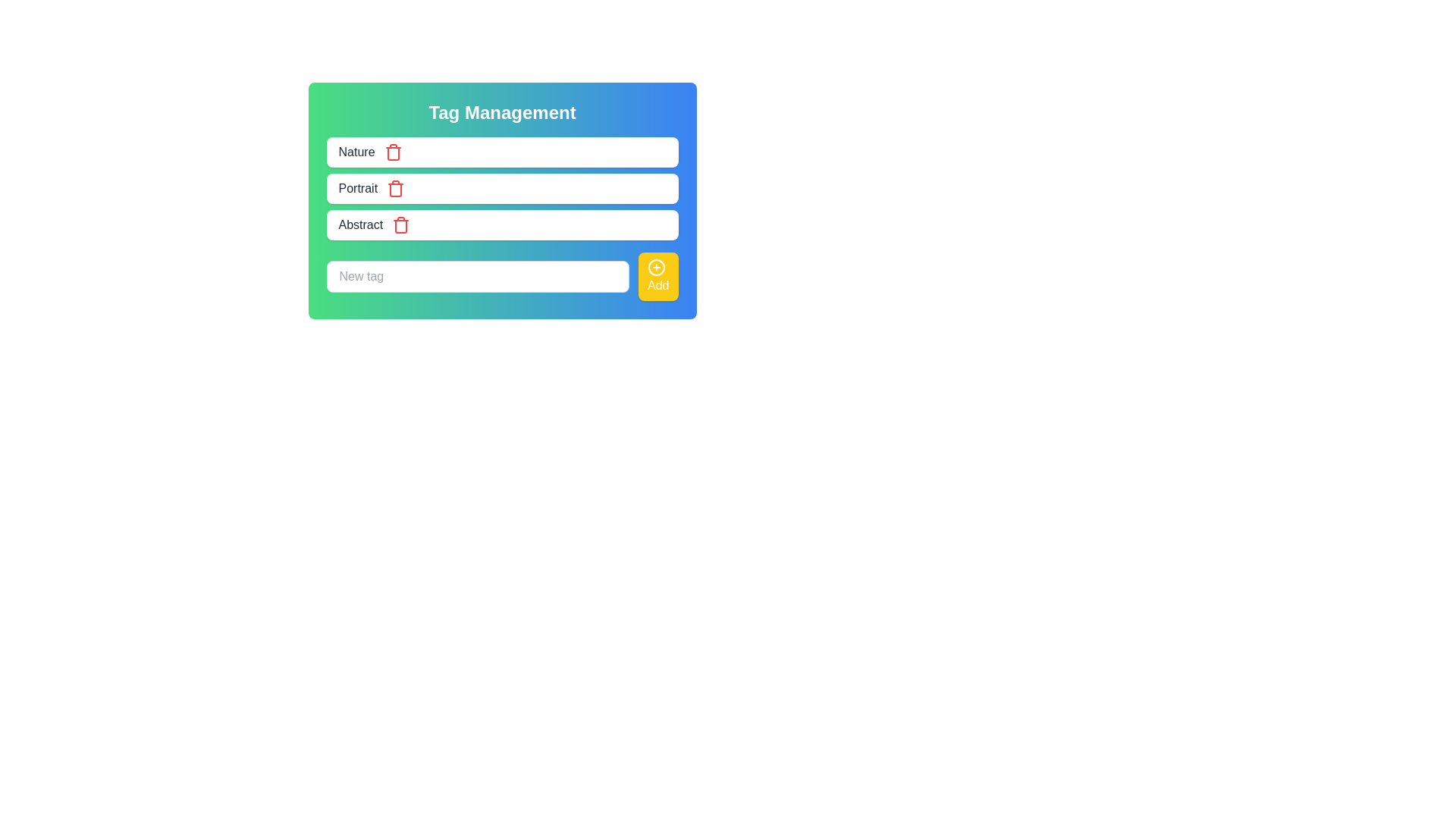 This screenshot has width=1456, height=819. What do you see at coordinates (396, 188) in the screenshot?
I see `the tag labeled 'Portrait' by clicking the corresponding 'Trash' icon` at bounding box center [396, 188].